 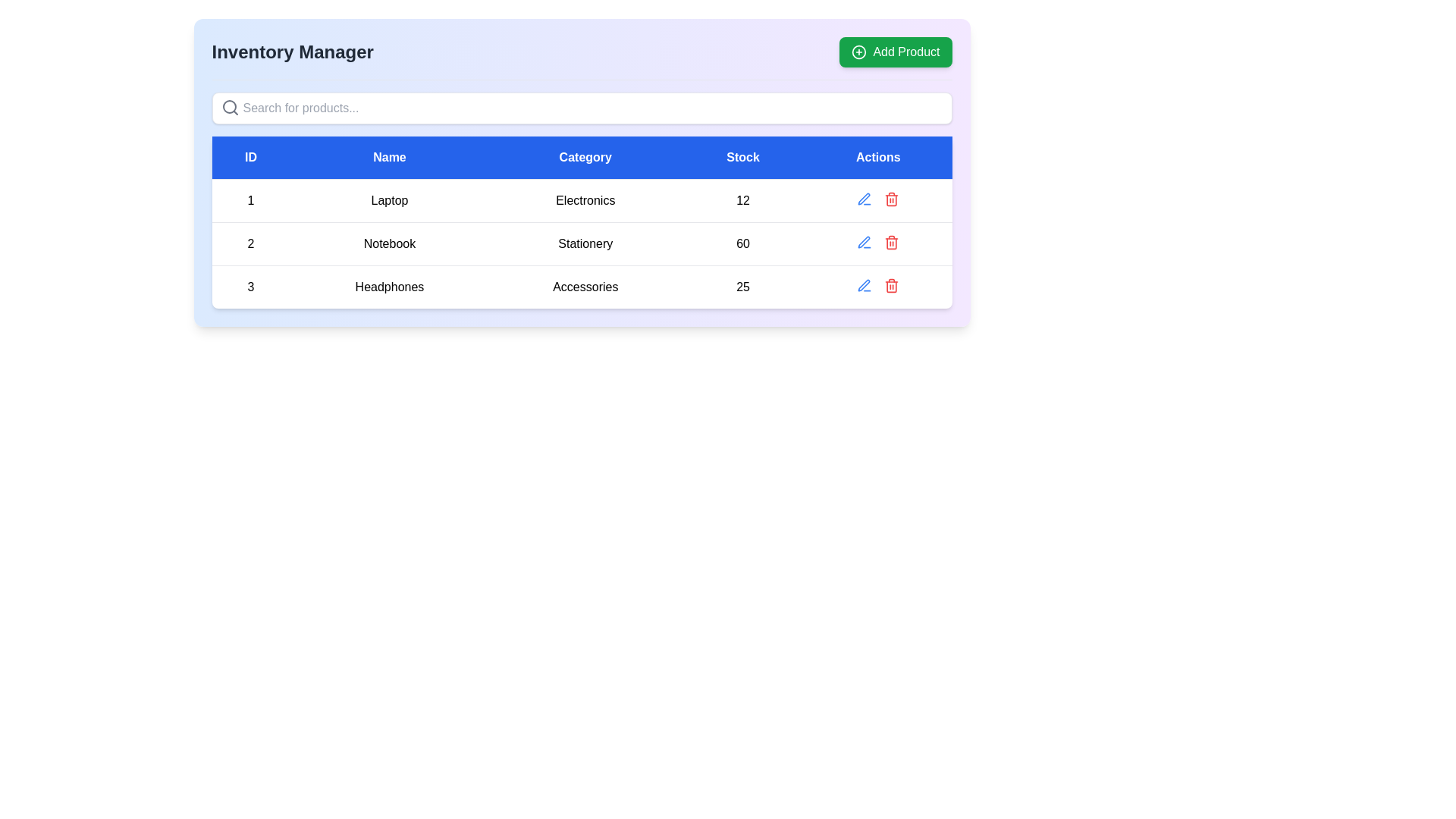 What do you see at coordinates (742, 158) in the screenshot?
I see `the 'Stock' column header, which has a bold blue background and white centered text, to use it as a reference for data interpretation` at bounding box center [742, 158].